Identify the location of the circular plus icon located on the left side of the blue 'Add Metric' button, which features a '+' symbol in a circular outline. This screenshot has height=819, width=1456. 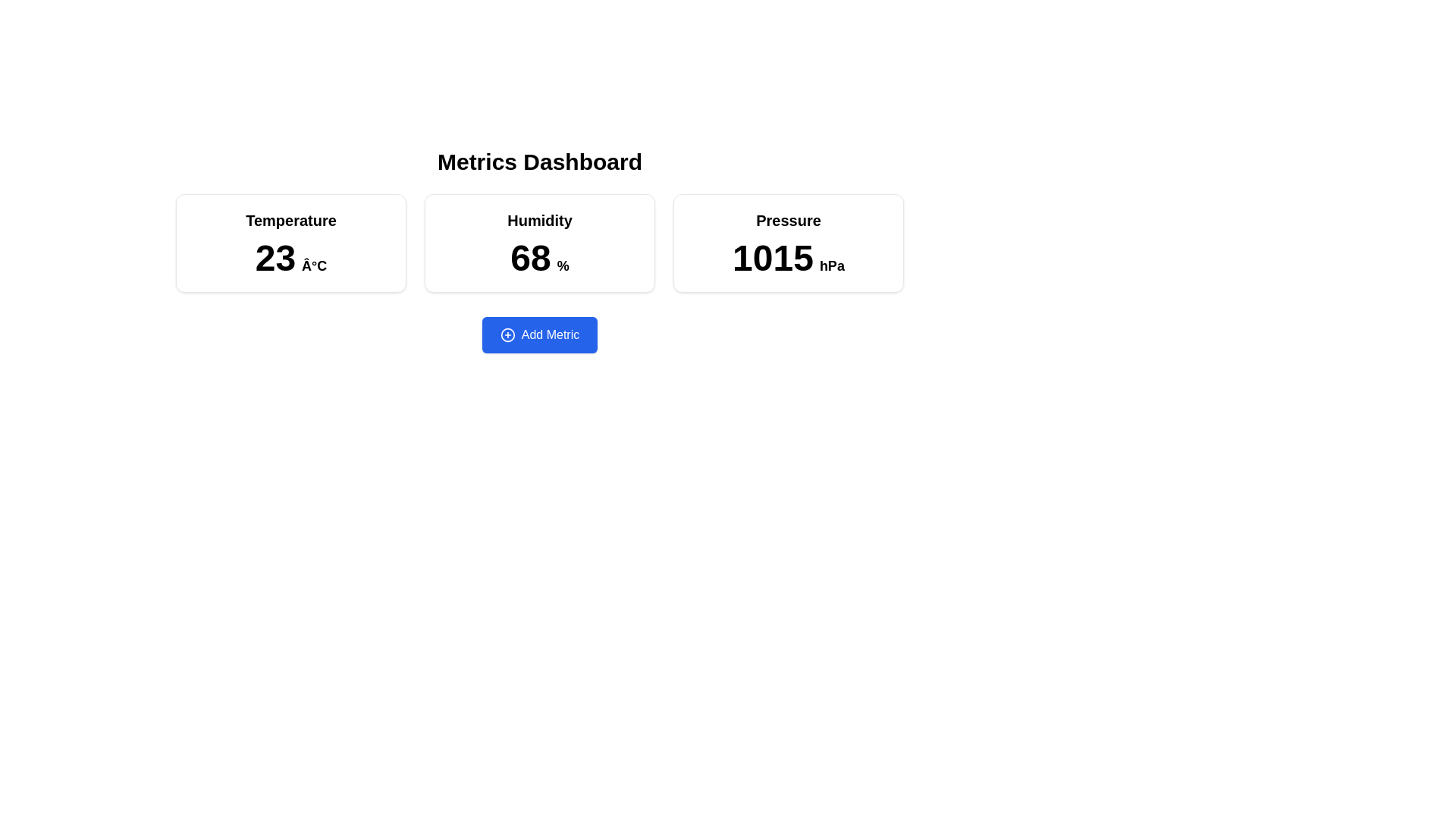
(507, 334).